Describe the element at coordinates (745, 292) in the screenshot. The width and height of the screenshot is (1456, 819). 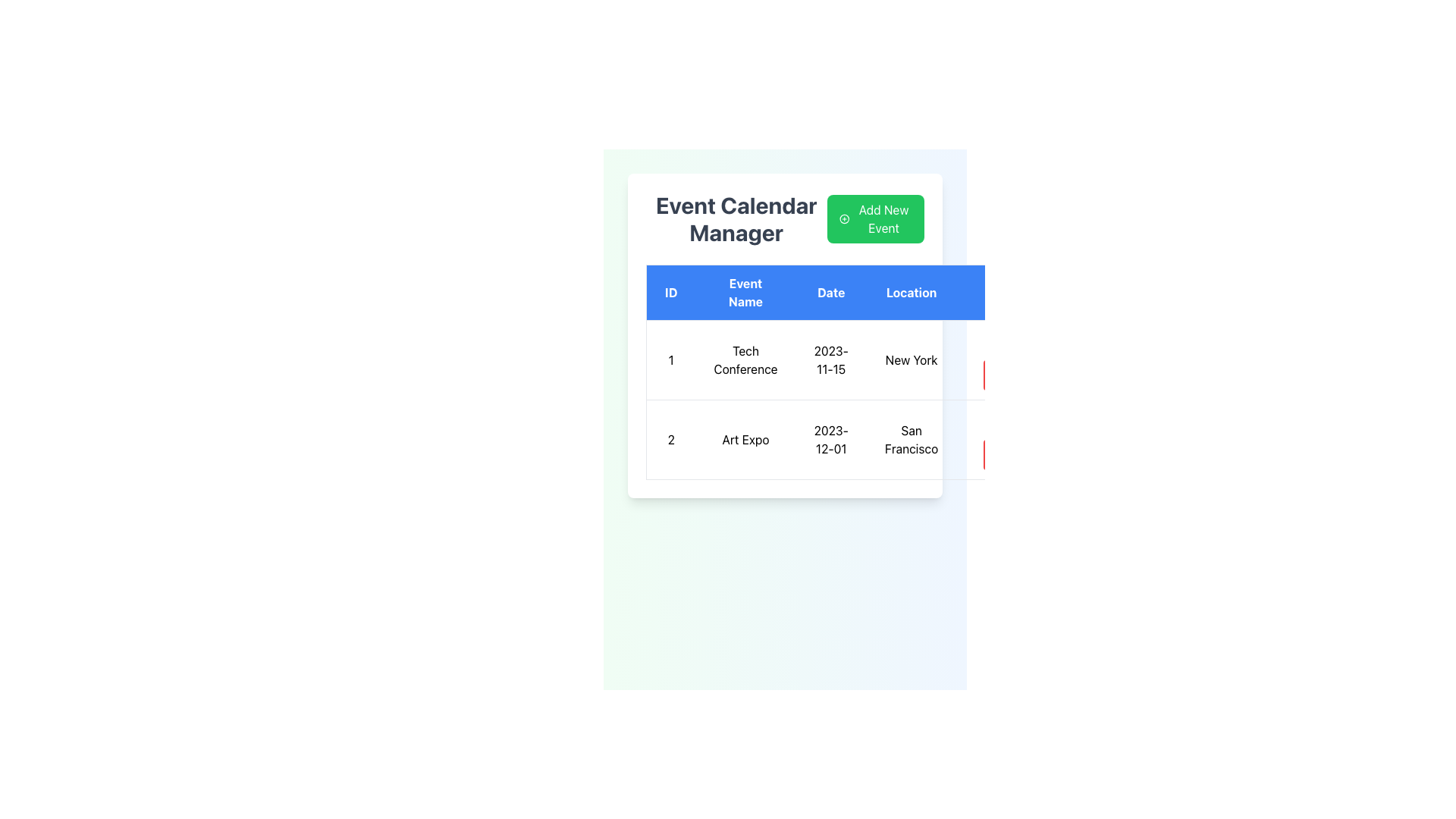
I see `the 'Event Name' header label in the table, which is the second label from the left, positioned between 'ID' and 'Date'` at that location.